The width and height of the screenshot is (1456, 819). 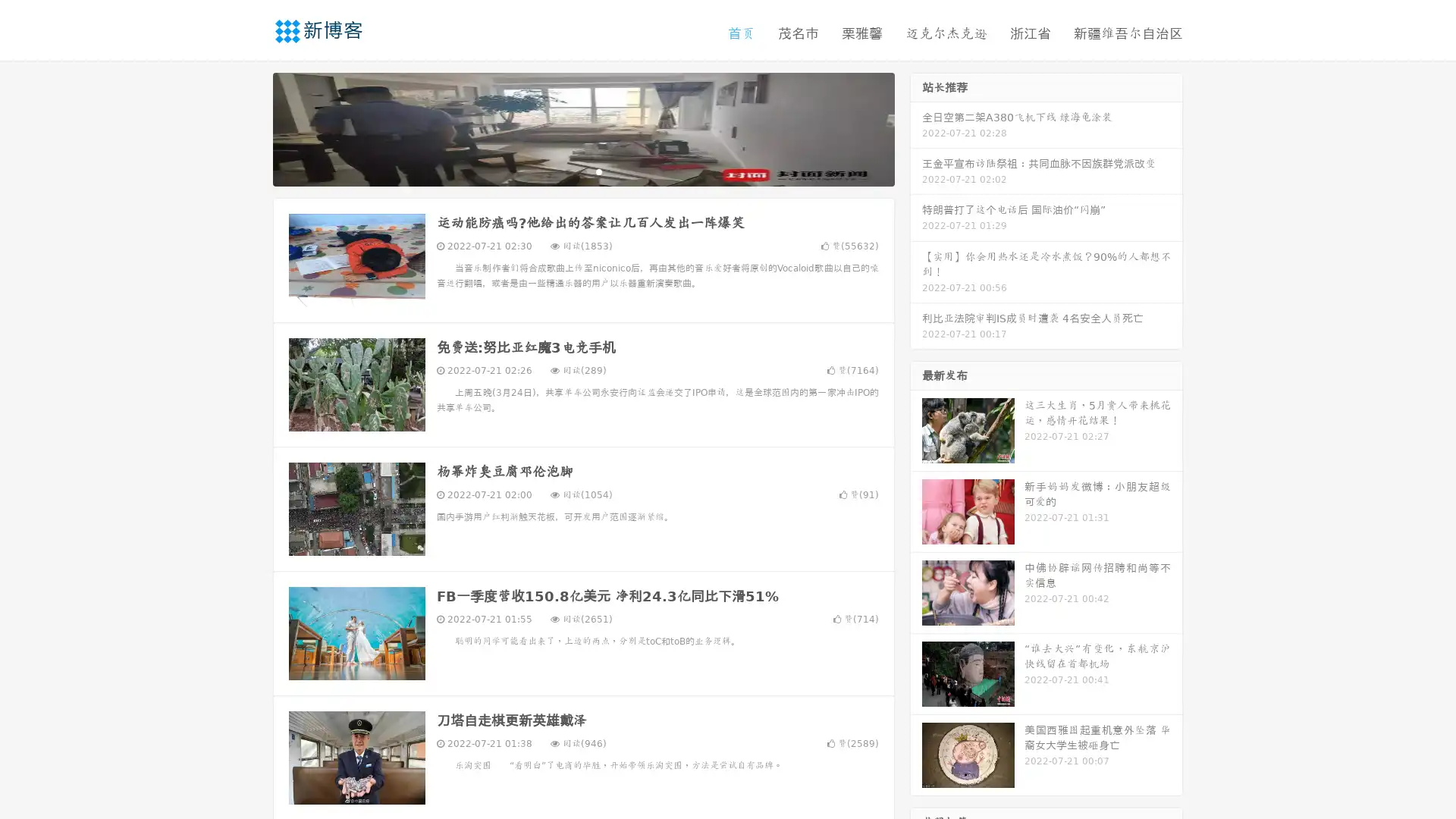 I want to click on Go to slide 2, so click(x=582, y=171).